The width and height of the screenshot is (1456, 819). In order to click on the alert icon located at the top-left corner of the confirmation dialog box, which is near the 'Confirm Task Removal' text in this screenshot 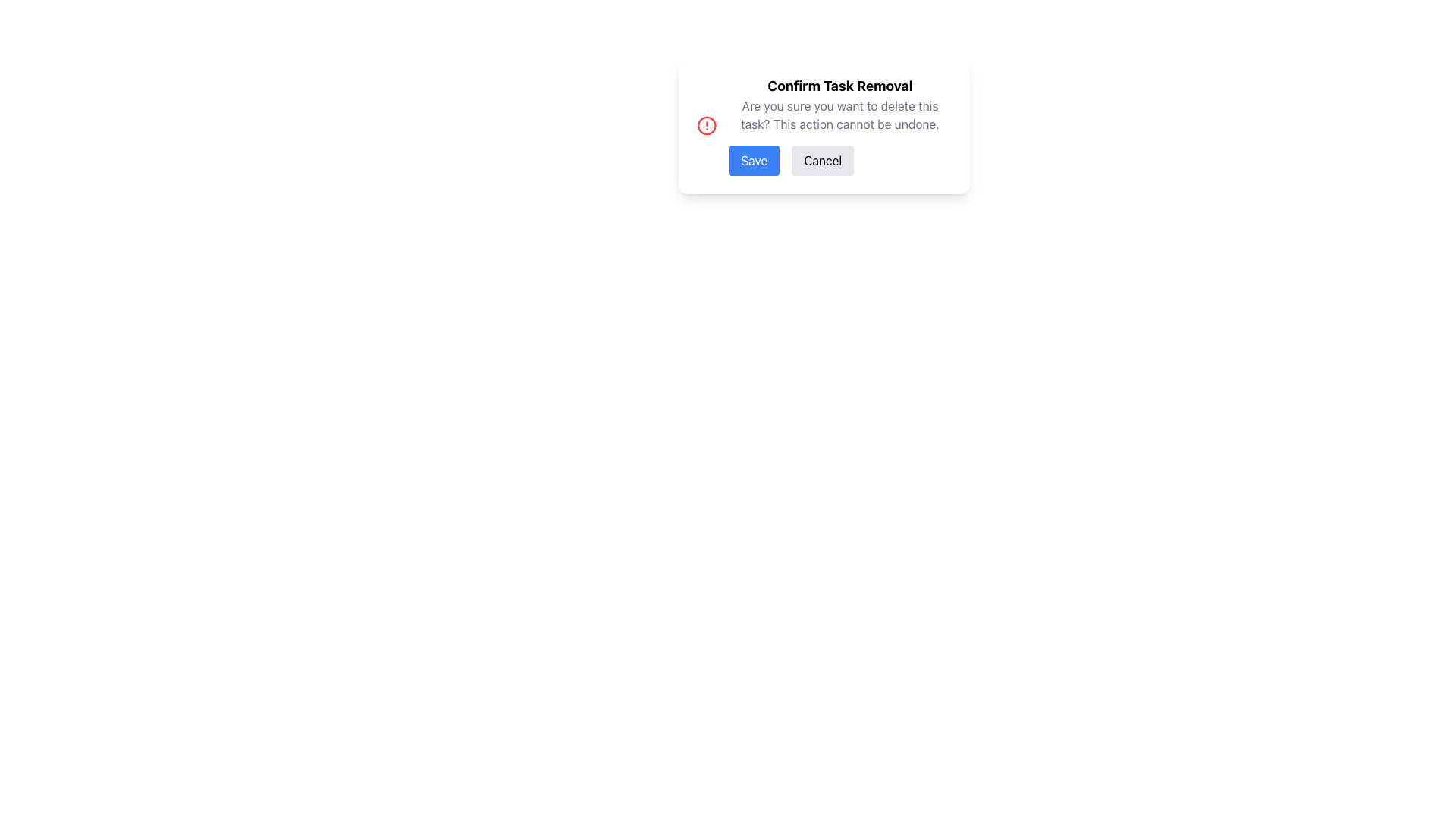, I will do `click(705, 124)`.